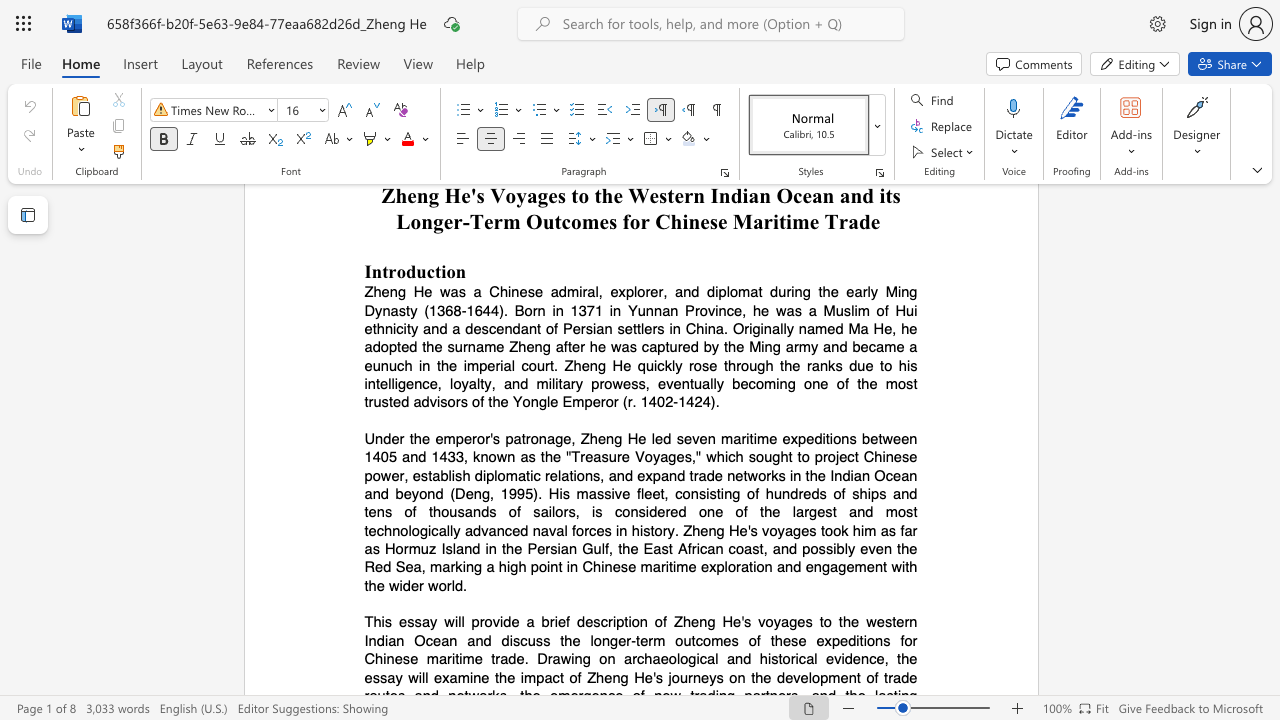 Image resolution: width=1280 pixels, height=720 pixels. What do you see at coordinates (433, 271) in the screenshot?
I see `the subset text "ti" within the text "Introduction"` at bounding box center [433, 271].